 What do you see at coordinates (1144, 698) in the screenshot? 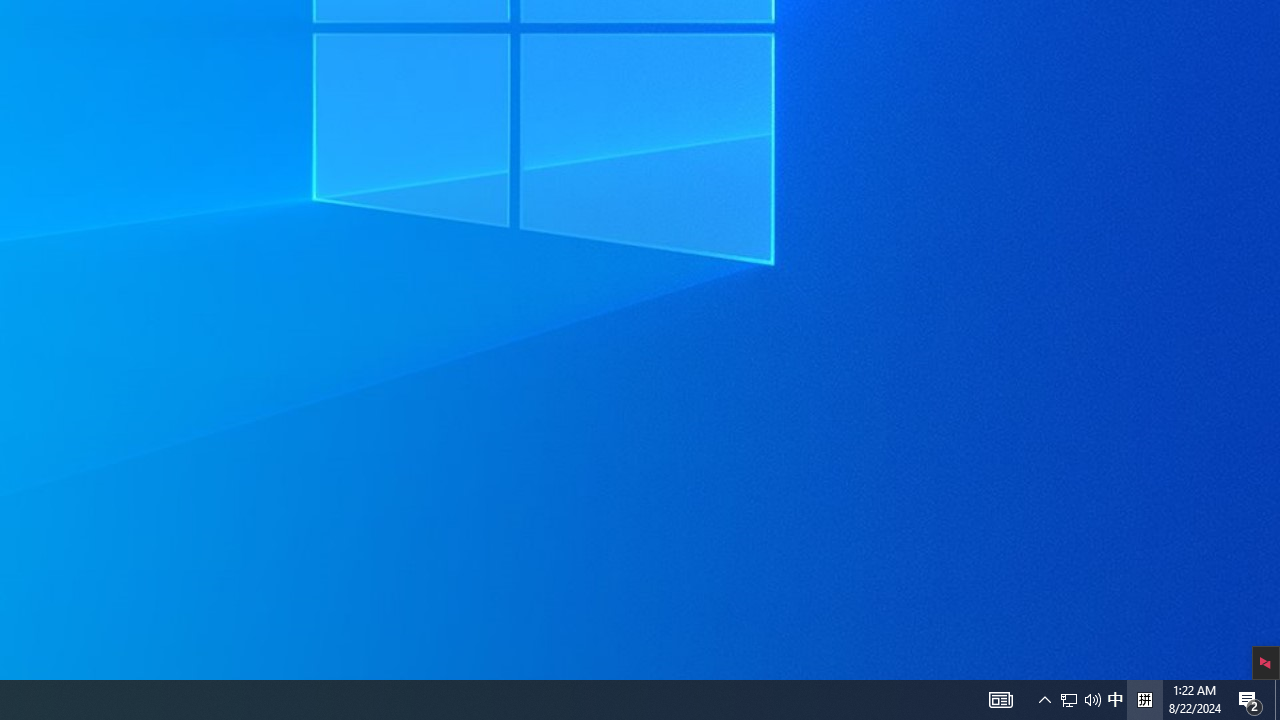
I see `'Tray Input Indicator - Chinese (Simplified, China)'` at bounding box center [1144, 698].